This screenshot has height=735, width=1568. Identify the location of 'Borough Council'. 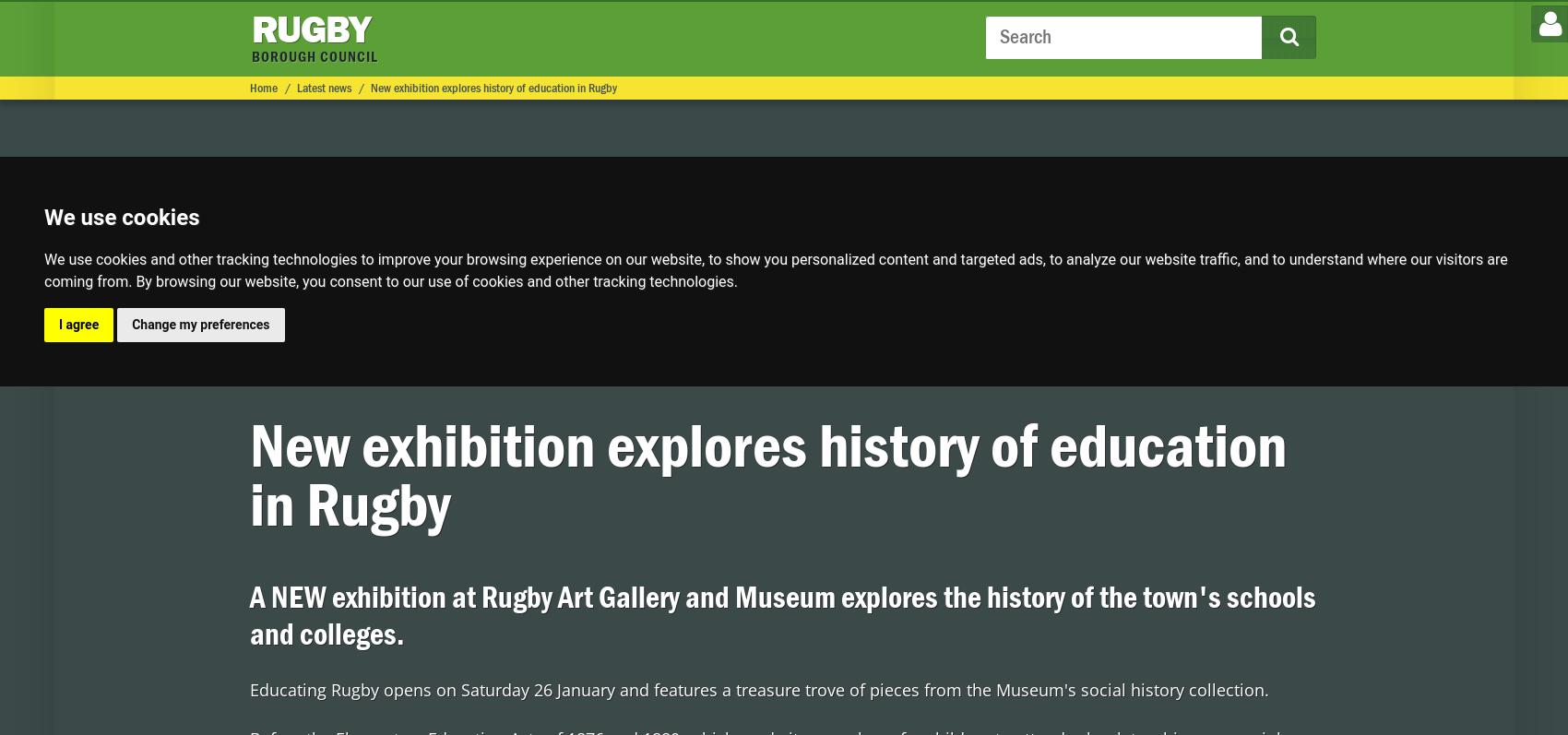
(345, 84).